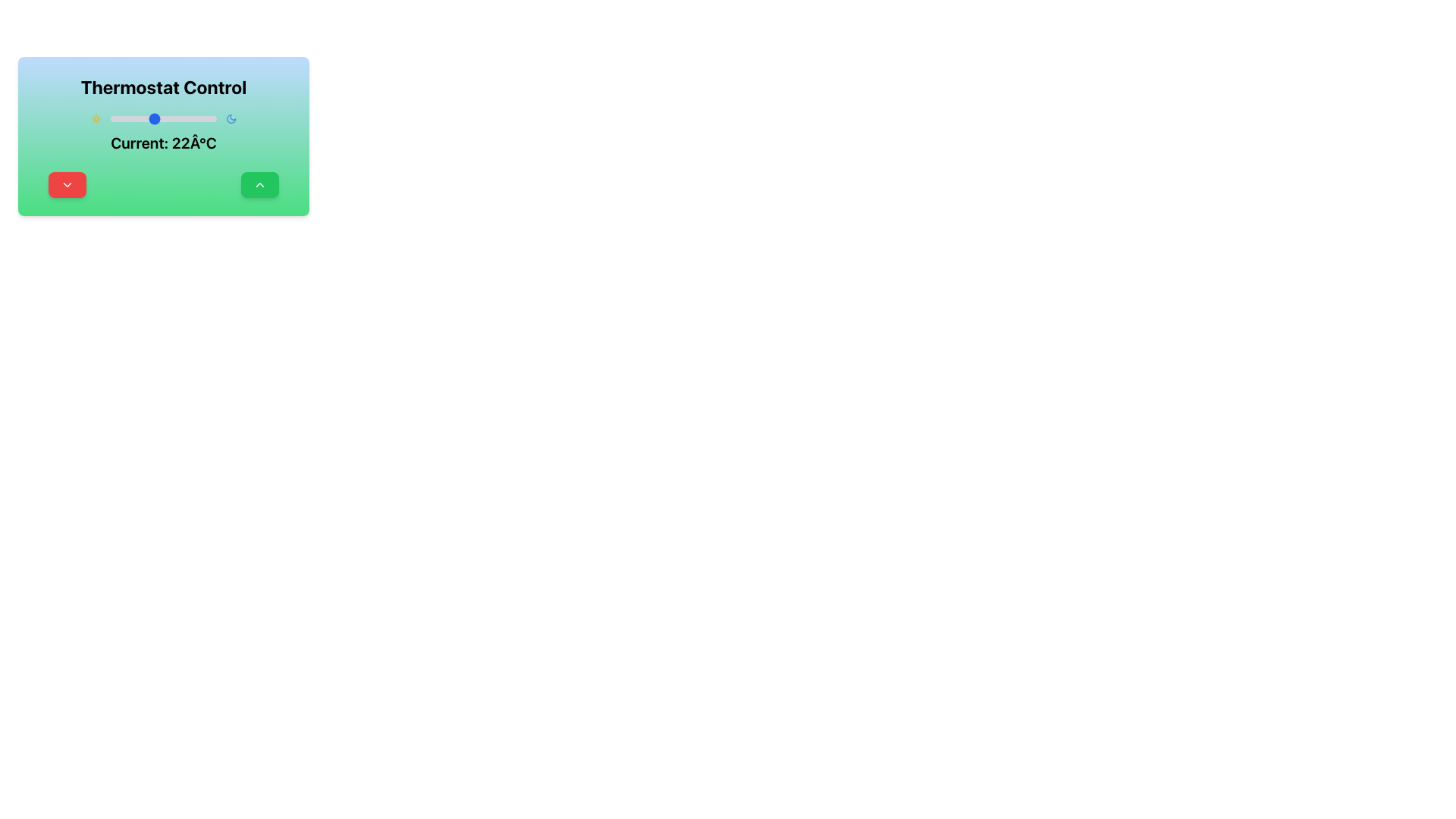 Image resolution: width=1456 pixels, height=819 pixels. I want to click on thermostat temperature, so click(142, 118).